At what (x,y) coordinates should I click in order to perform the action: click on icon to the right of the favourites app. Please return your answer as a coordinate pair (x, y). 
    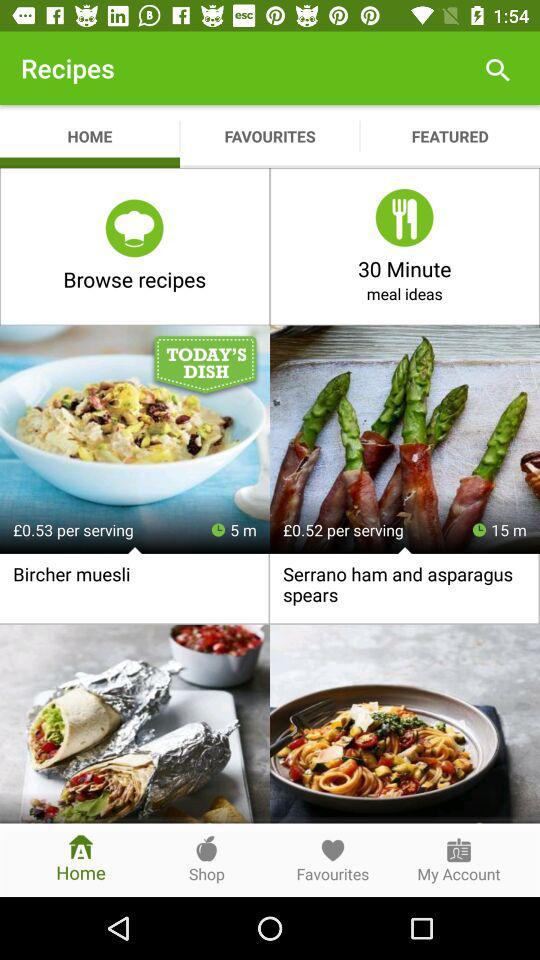
    Looking at the image, I should click on (496, 68).